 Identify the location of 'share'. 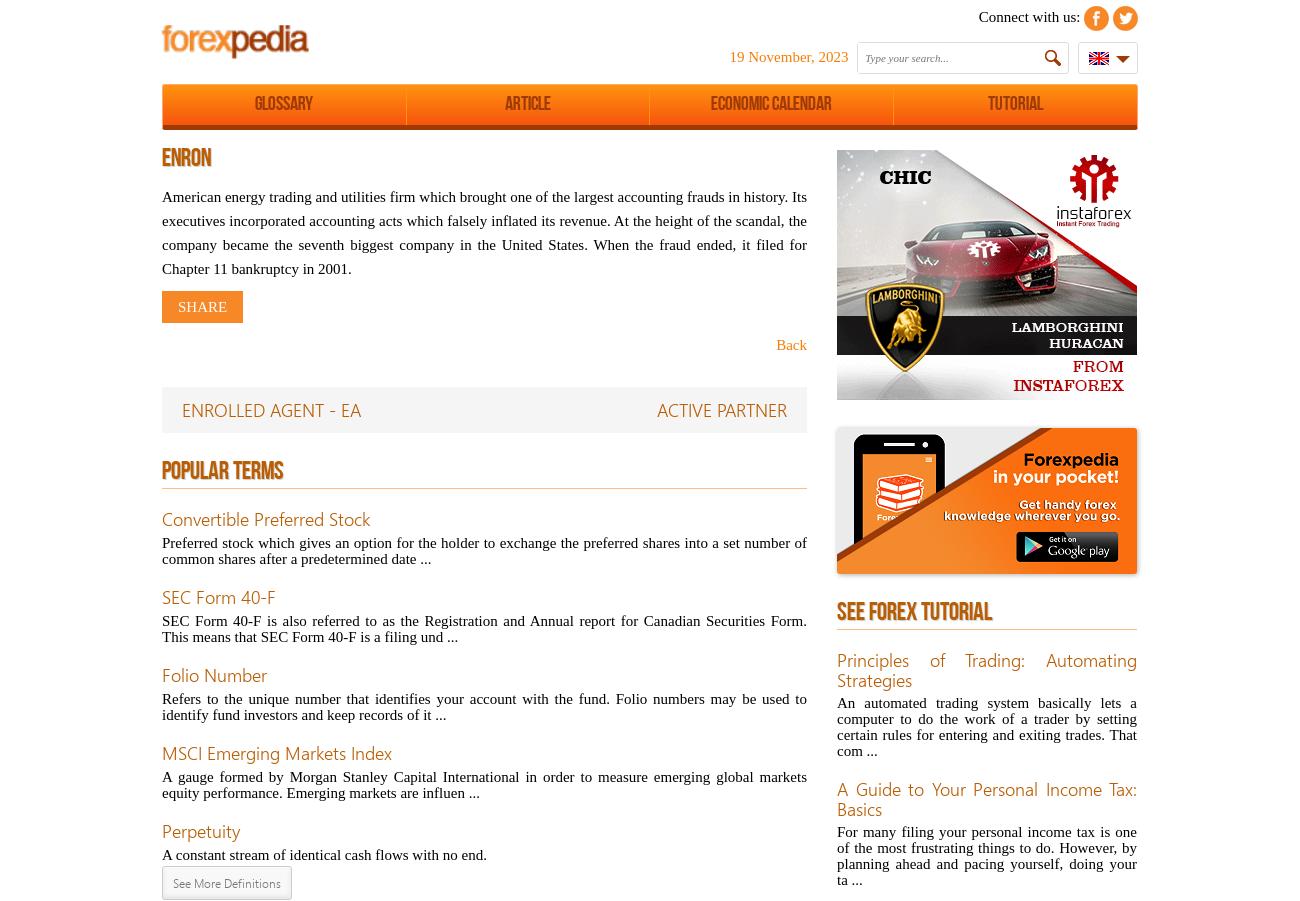
(177, 306).